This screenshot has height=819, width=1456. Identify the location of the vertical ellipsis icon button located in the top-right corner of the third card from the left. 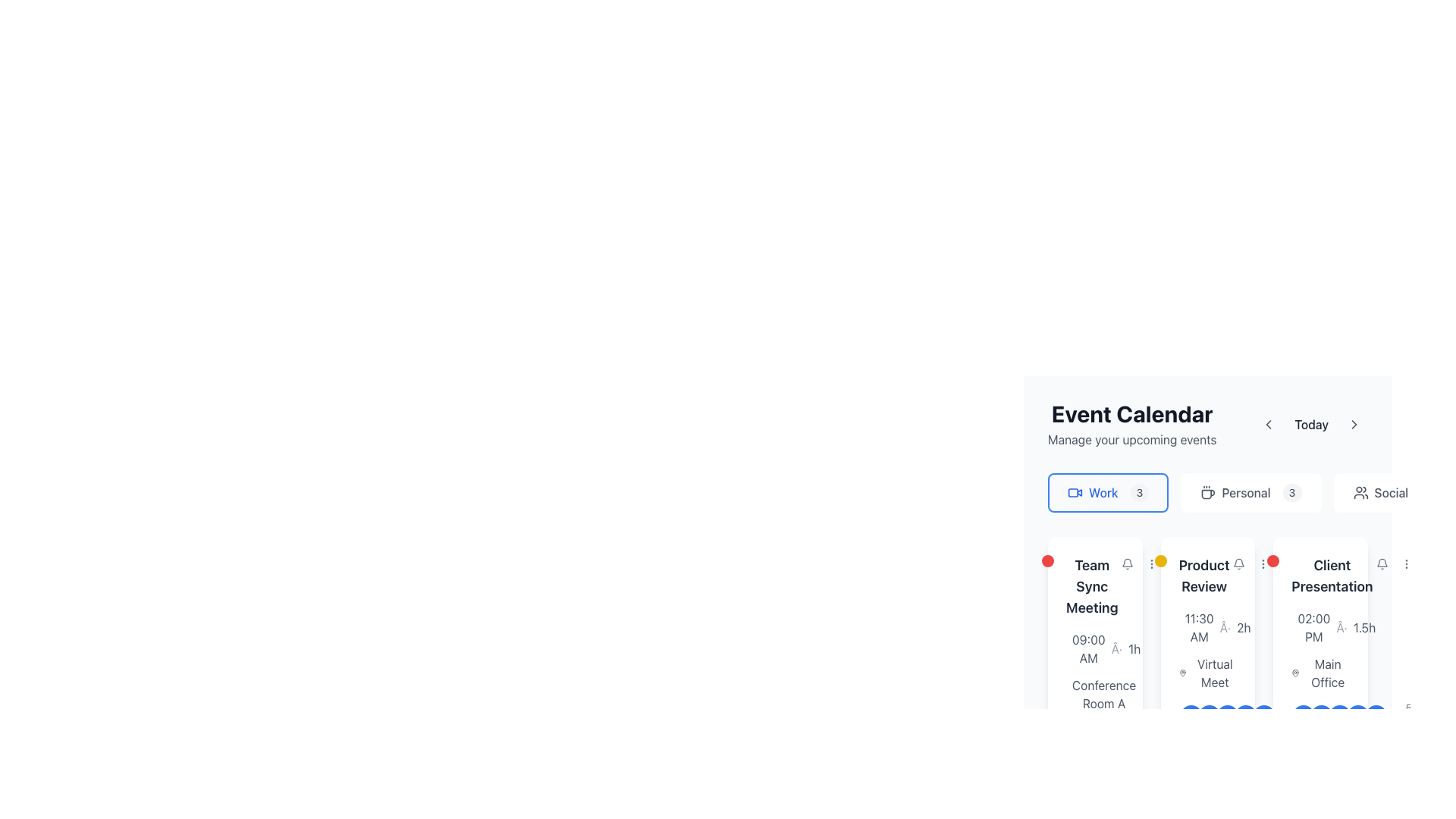
(1263, 564).